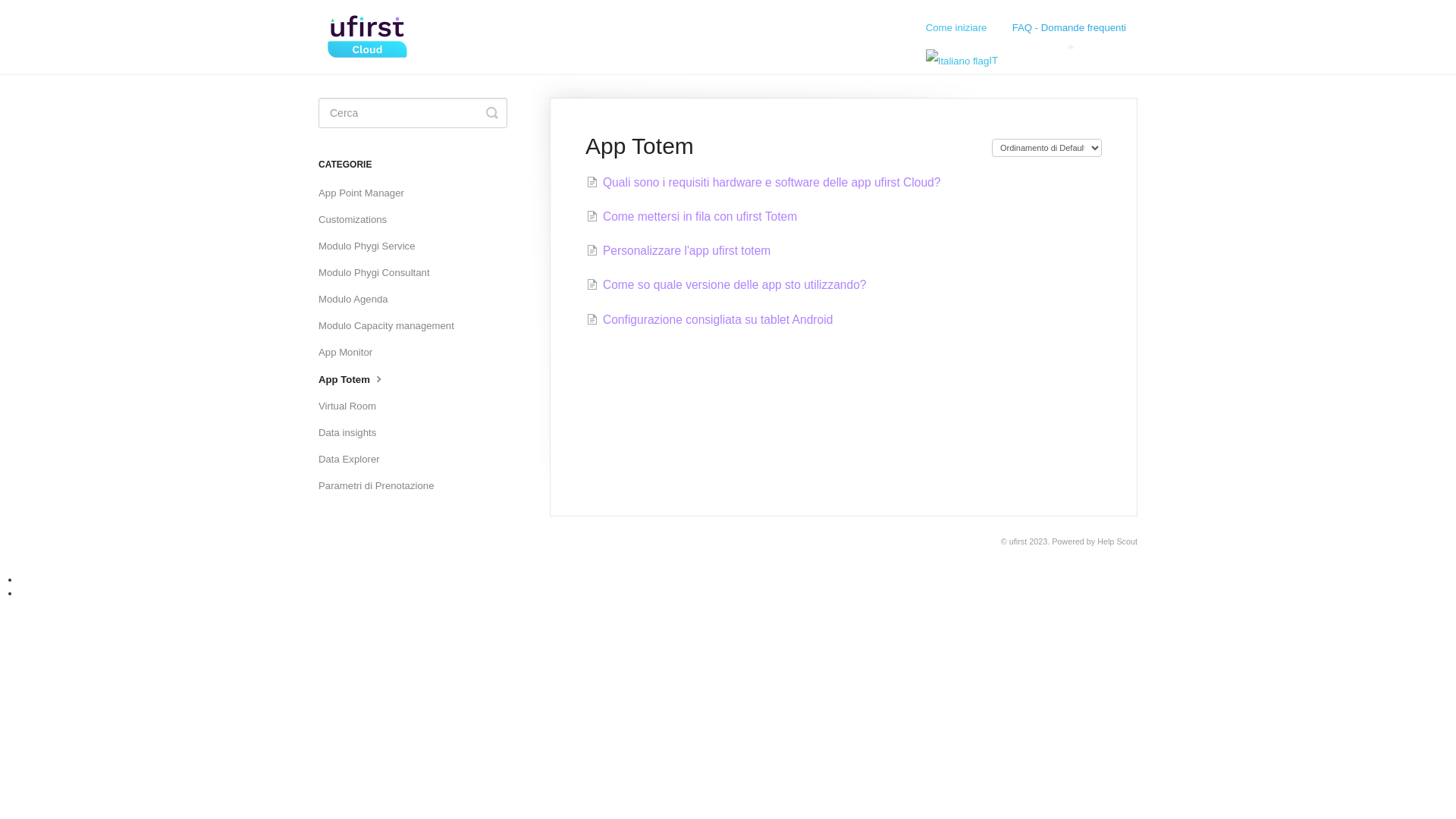  Describe the element at coordinates (677, 249) in the screenshot. I see `'Personalizzare l'app ufirst totem'` at that location.